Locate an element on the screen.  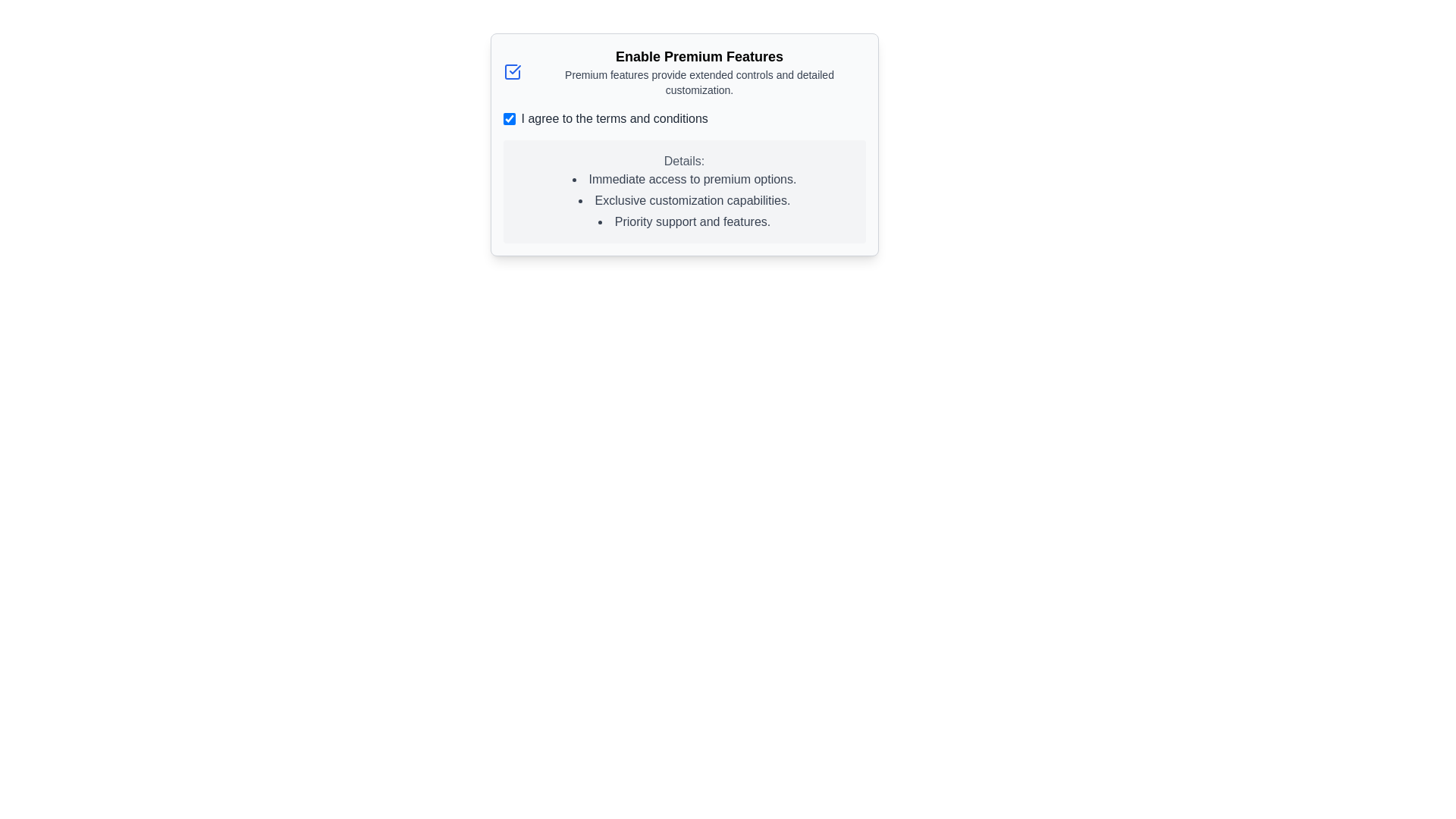
the small vector graphic icon resembling a checkmark, which is part of an SVG element and positioned in the top-center region of the interface is located at coordinates (514, 70).